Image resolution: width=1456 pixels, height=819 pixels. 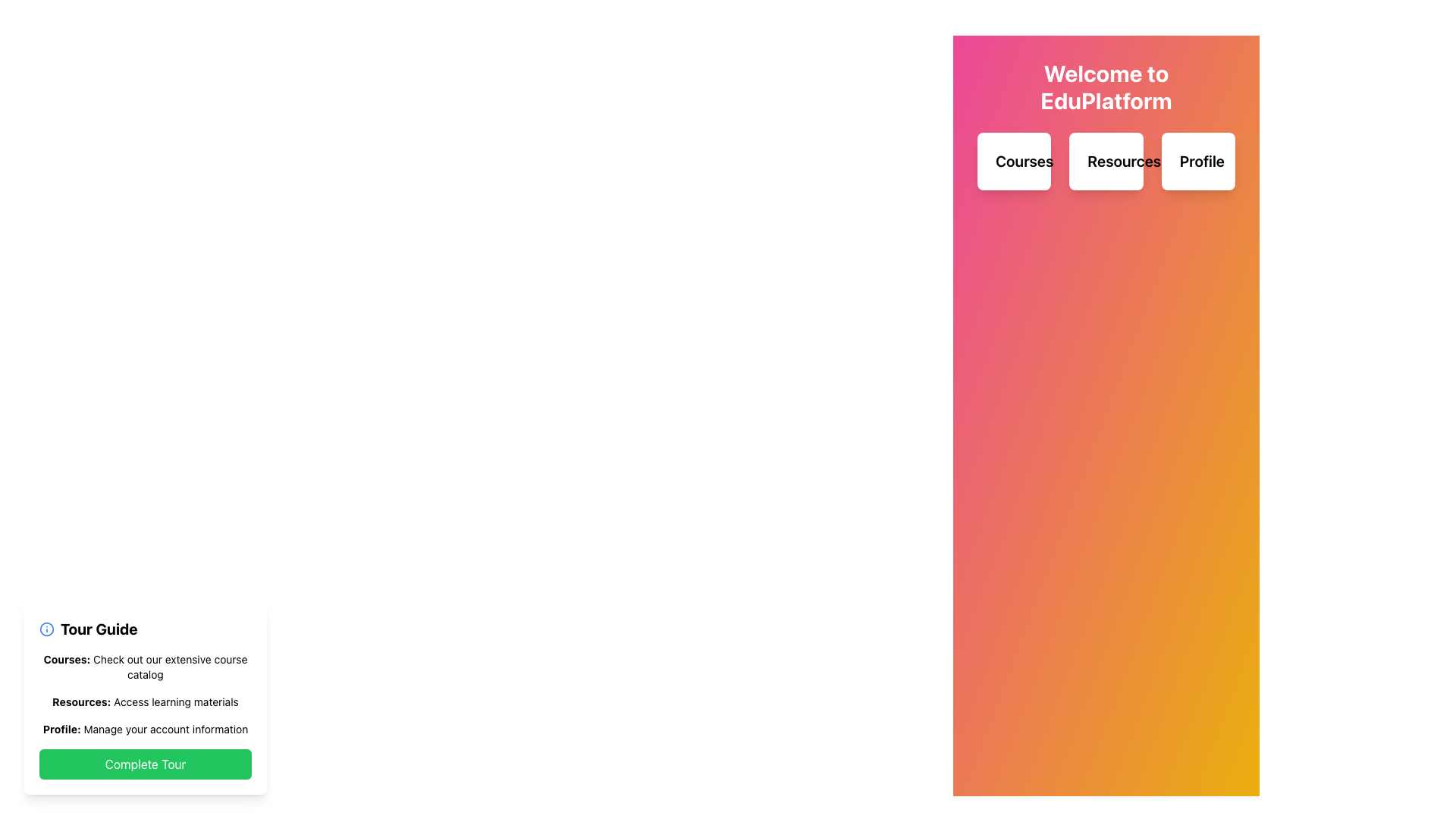 What do you see at coordinates (47, 629) in the screenshot?
I see `the circular help icon with a blue stroke and white interior containing an 'i' symbol, located near the 'Tour Guide' text` at bounding box center [47, 629].